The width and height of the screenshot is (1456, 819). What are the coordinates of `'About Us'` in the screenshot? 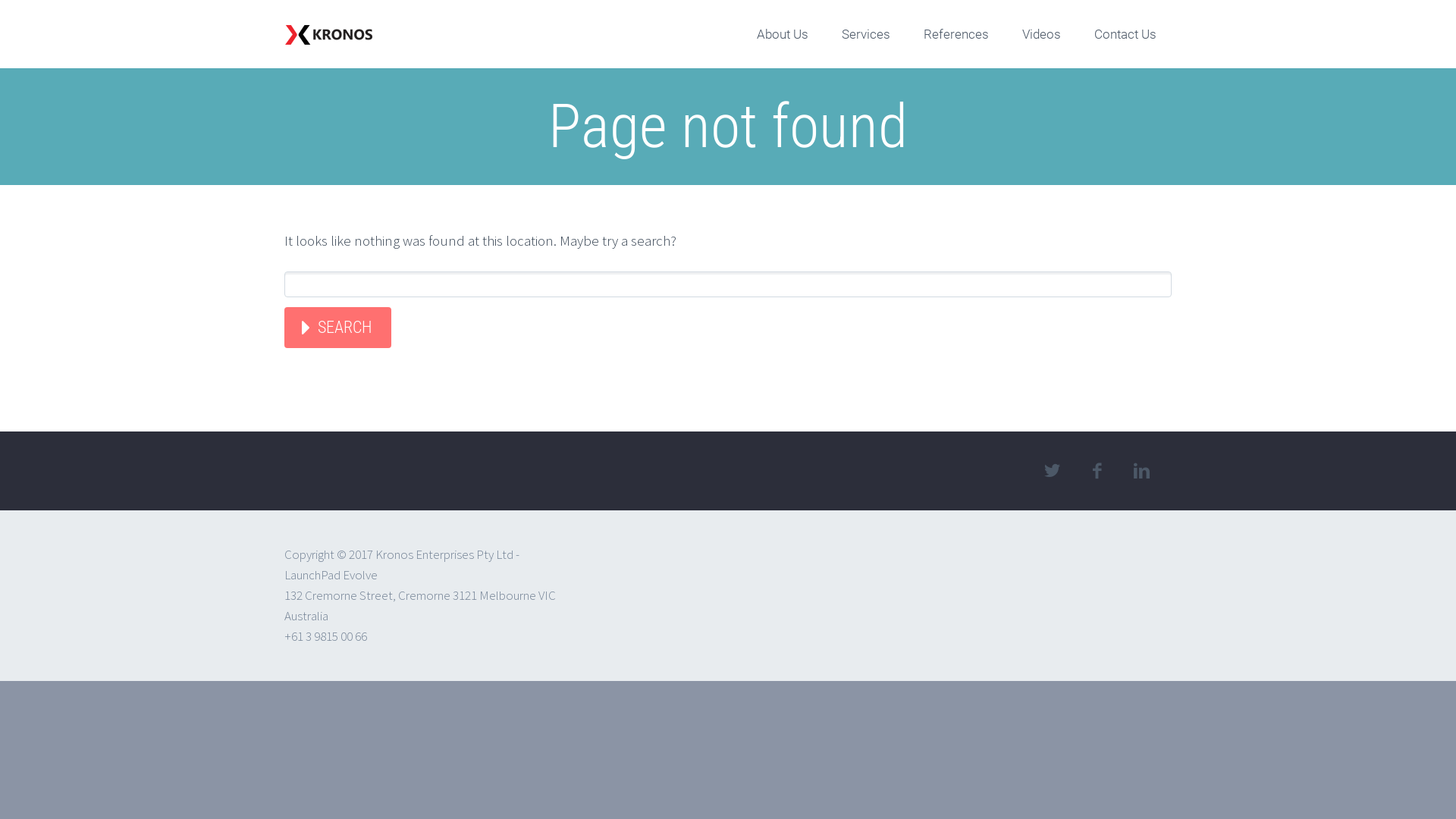 It's located at (783, 34).